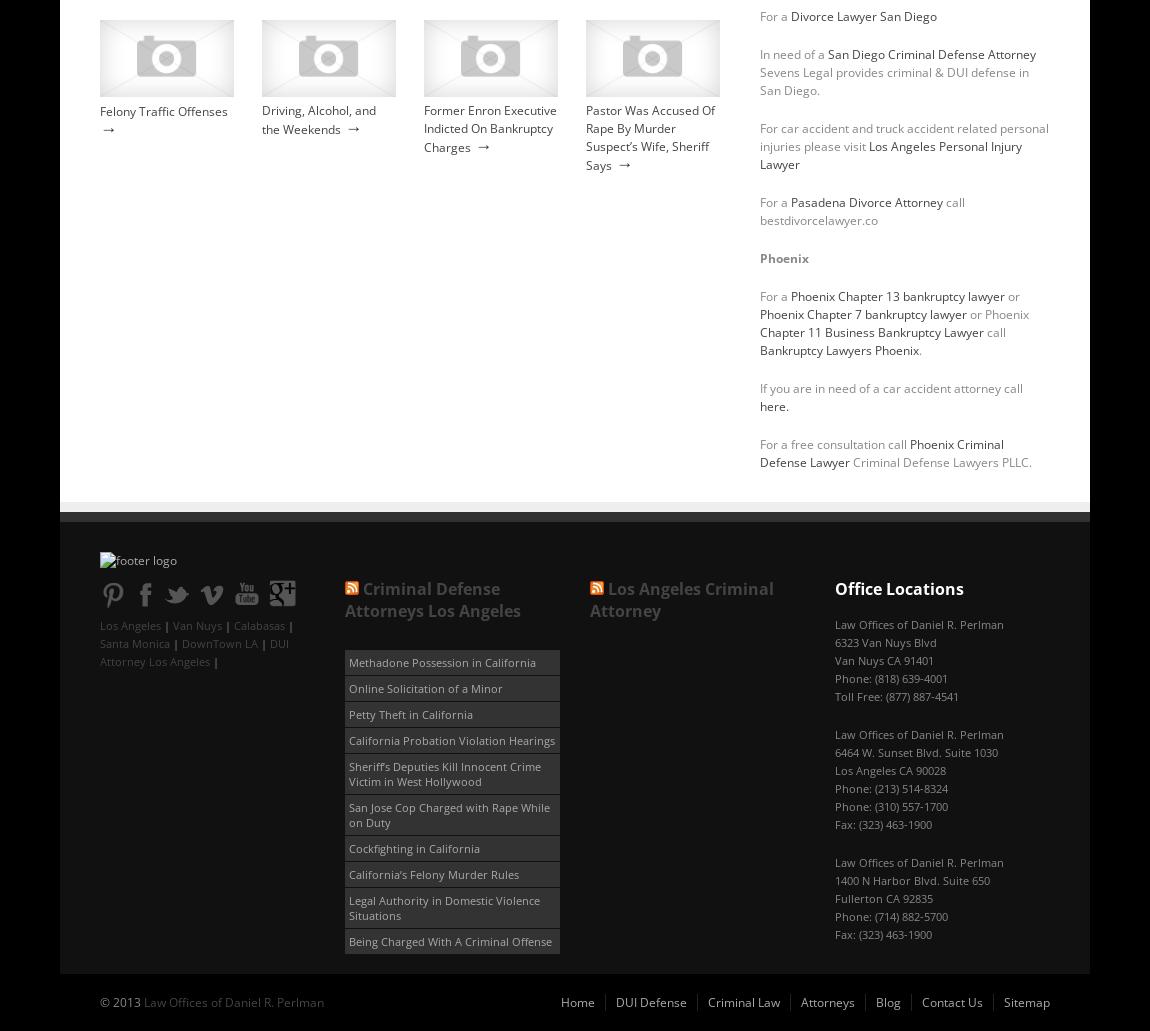 The image size is (1150, 1031). I want to click on 'Phoenix Chapter 13 bankruptcy lawyer', so click(898, 296).